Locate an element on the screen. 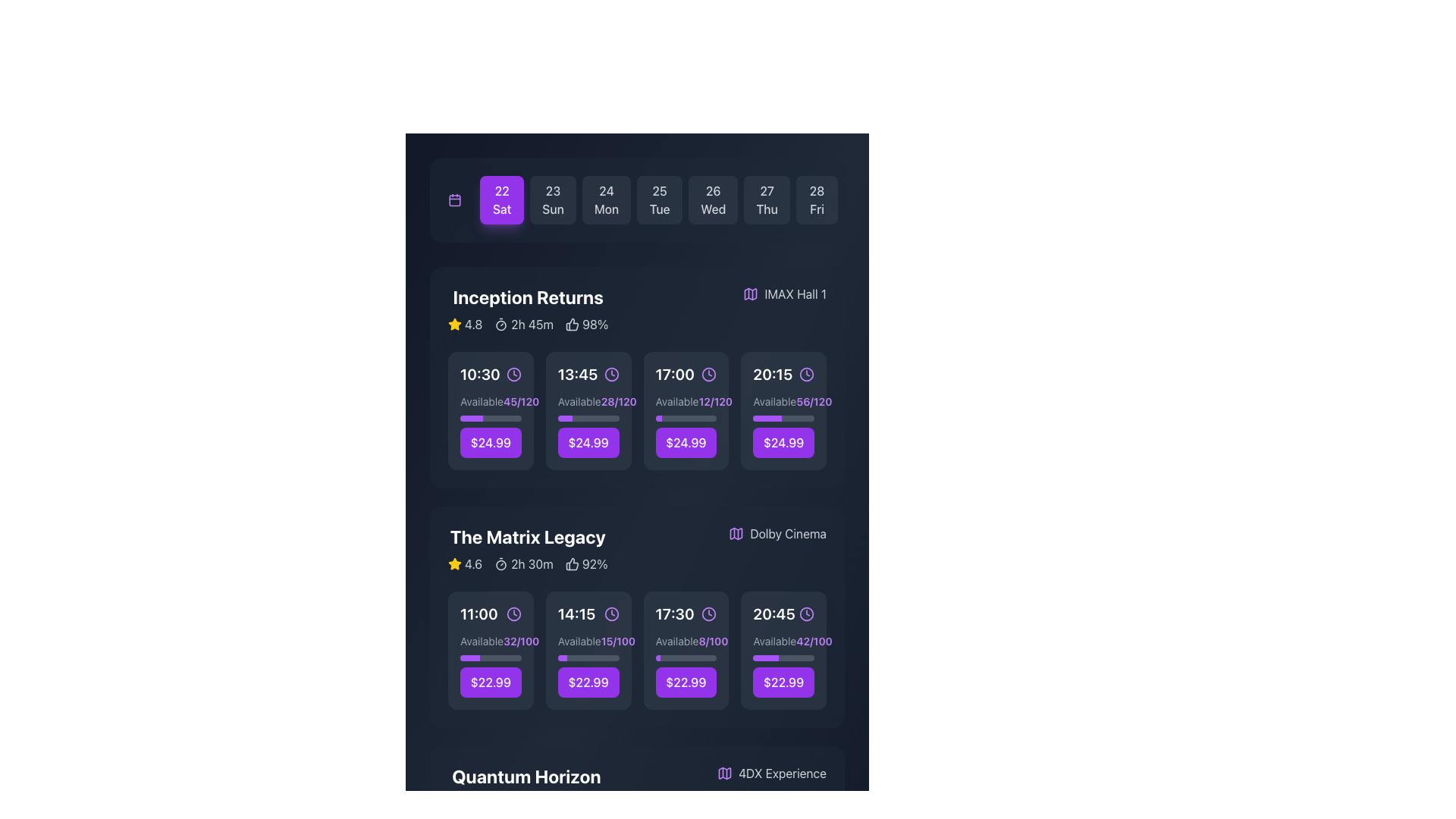 The height and width of the screenshot is (819, 1456). percentage value displayed in the Text Label next to the thumbs-up icon in the information bar for the movie listing 'Inception Returns' is located at coordinates (595, 324).